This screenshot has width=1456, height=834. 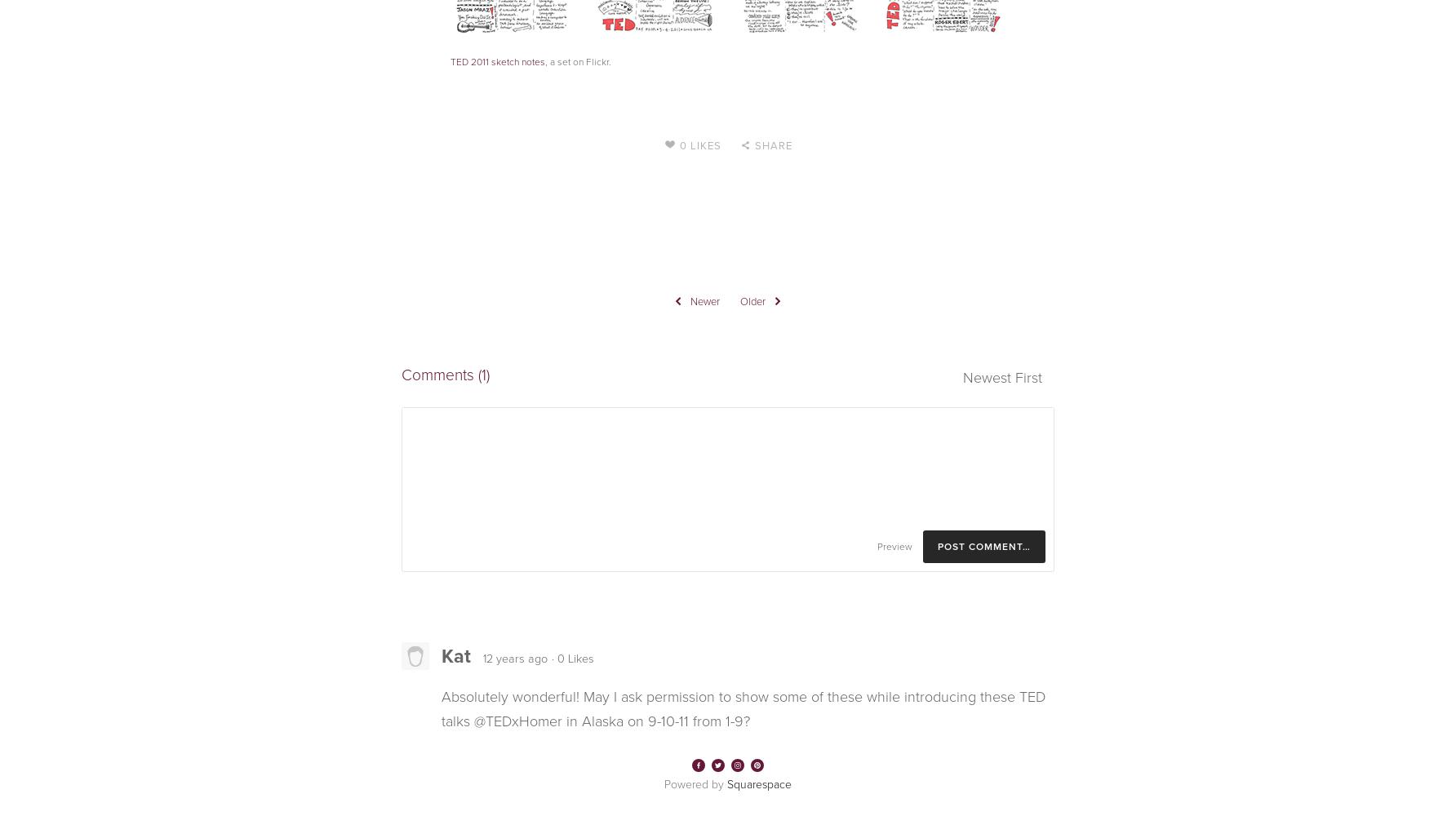 I want to click on 'Preview', so click(x=894, y=545).